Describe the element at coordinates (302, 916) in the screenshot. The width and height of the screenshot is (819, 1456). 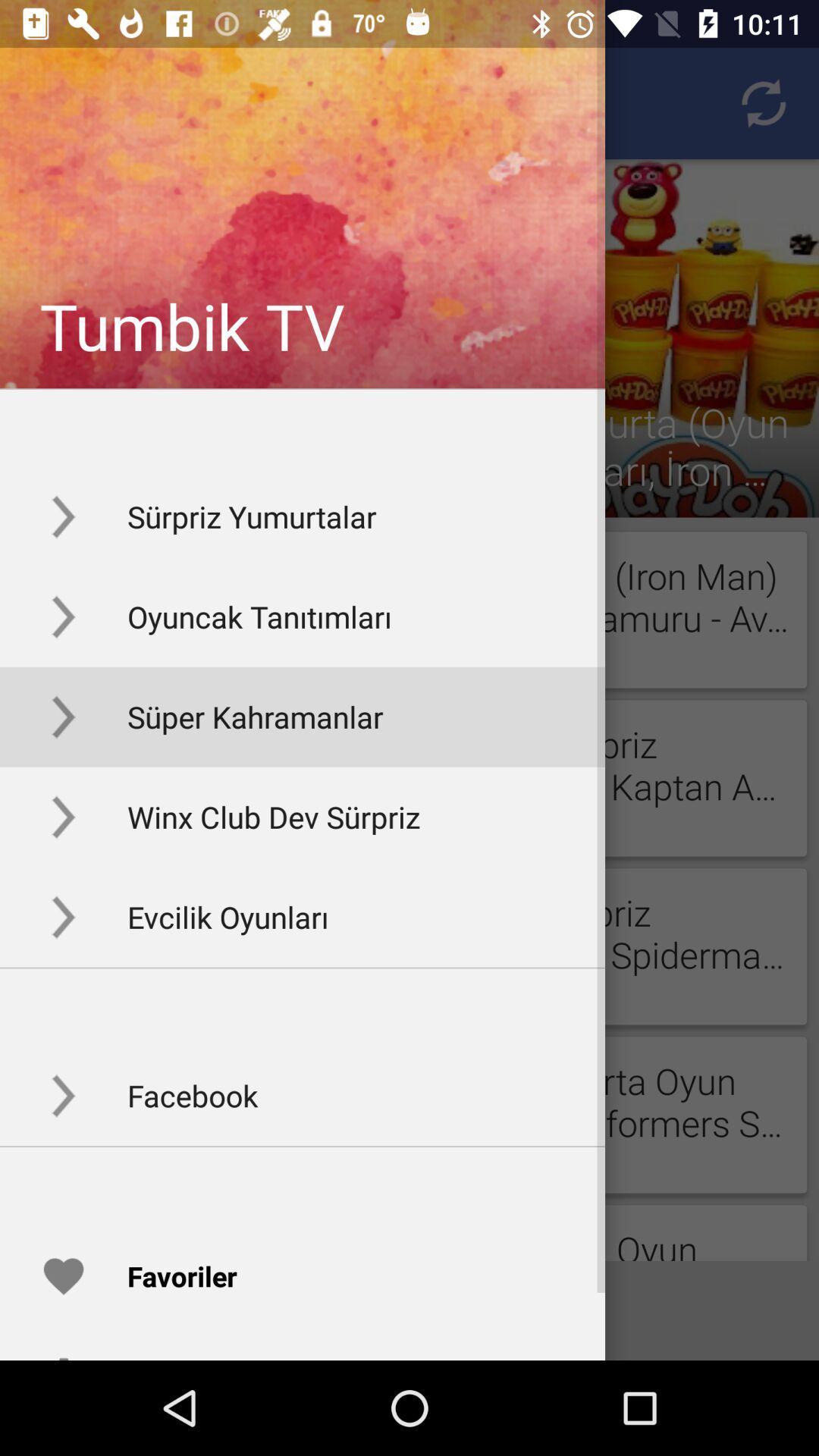
I see `the fifth option` at that location.